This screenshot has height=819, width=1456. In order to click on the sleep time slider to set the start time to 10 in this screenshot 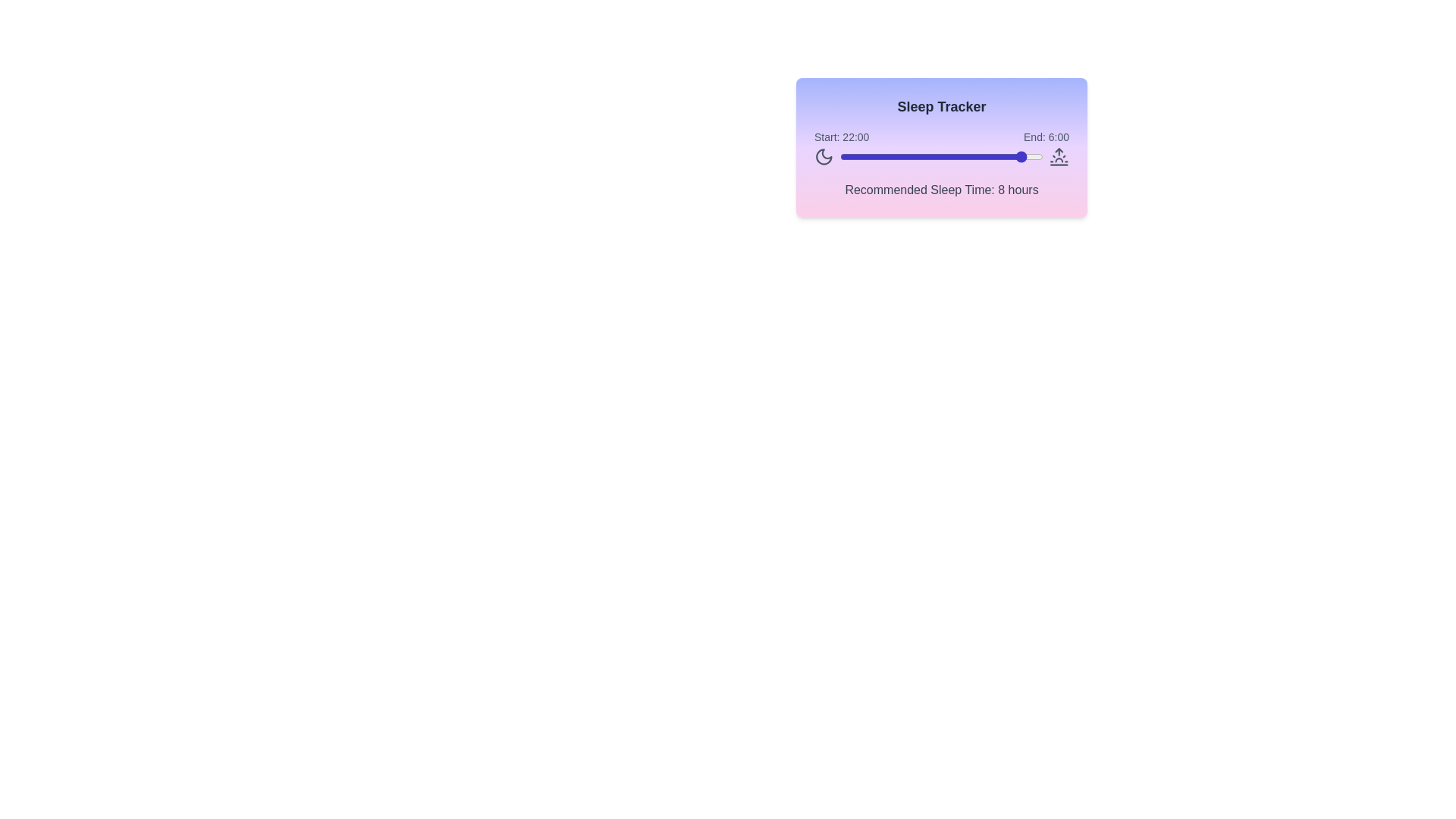, I will do `click(924, 157)`.